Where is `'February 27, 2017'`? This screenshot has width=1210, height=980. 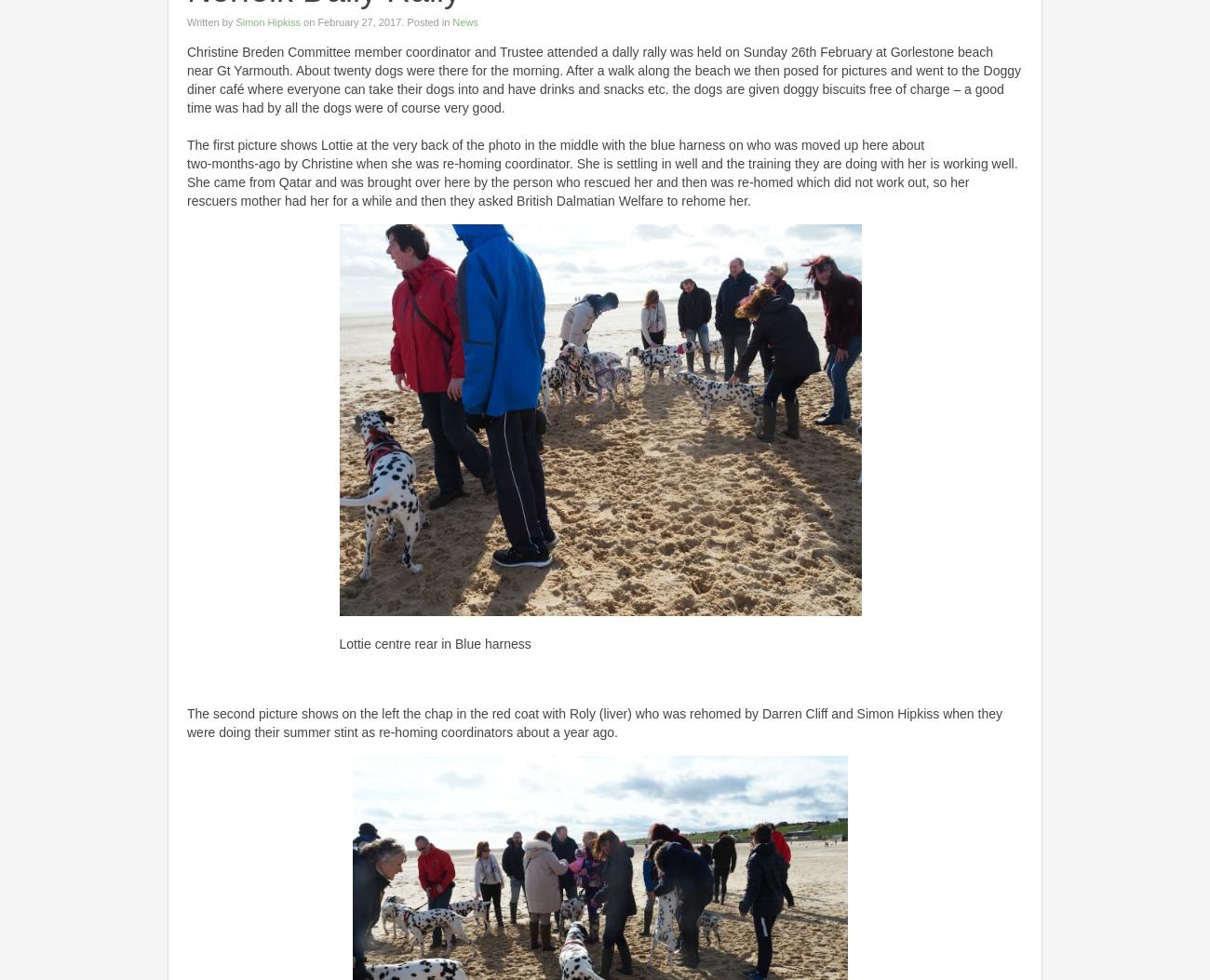 'February 27, 2017' is located at coordinates (358, 20).